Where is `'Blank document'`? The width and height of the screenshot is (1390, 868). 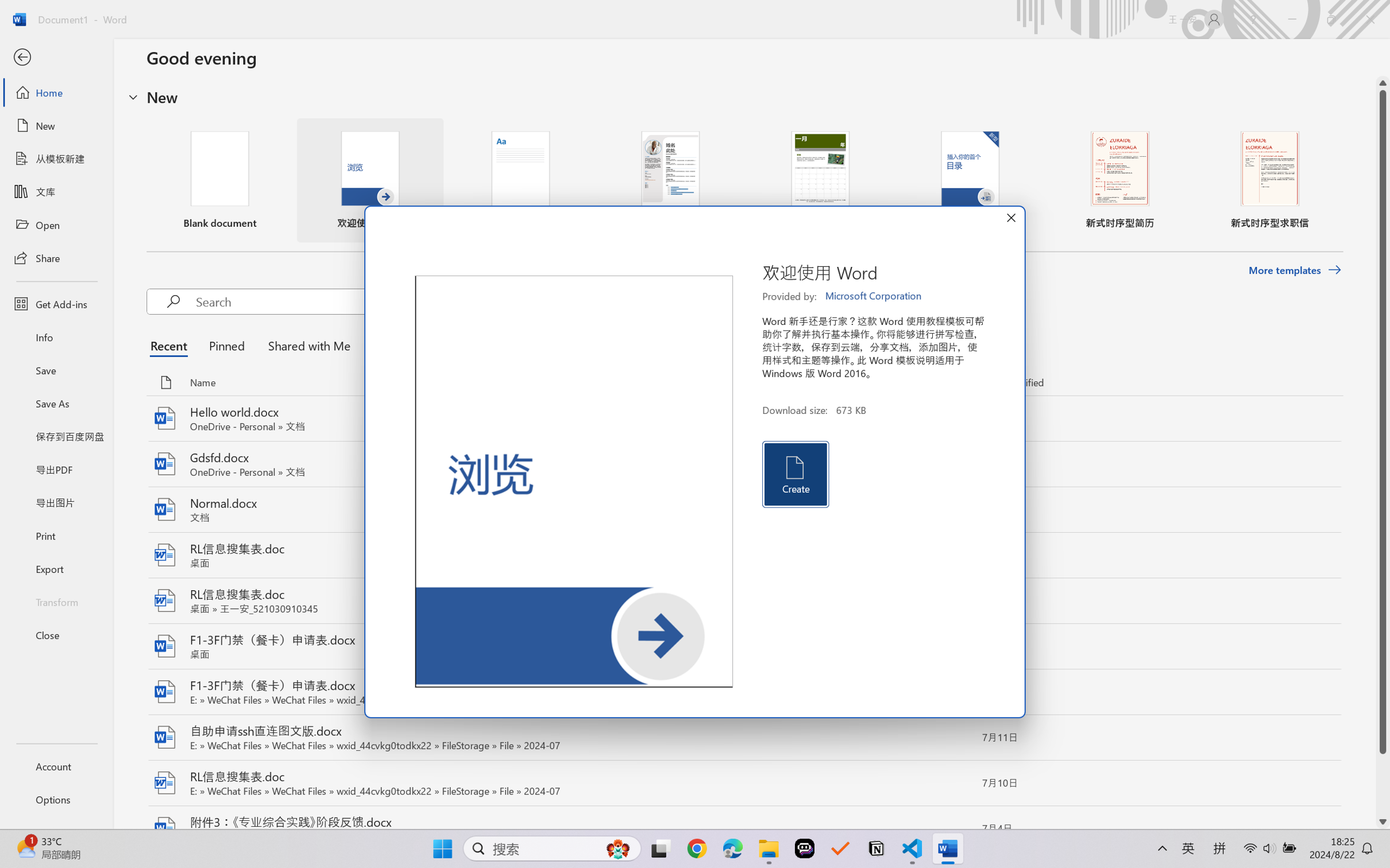
'Blank document' is located at coordinates (219, 180).